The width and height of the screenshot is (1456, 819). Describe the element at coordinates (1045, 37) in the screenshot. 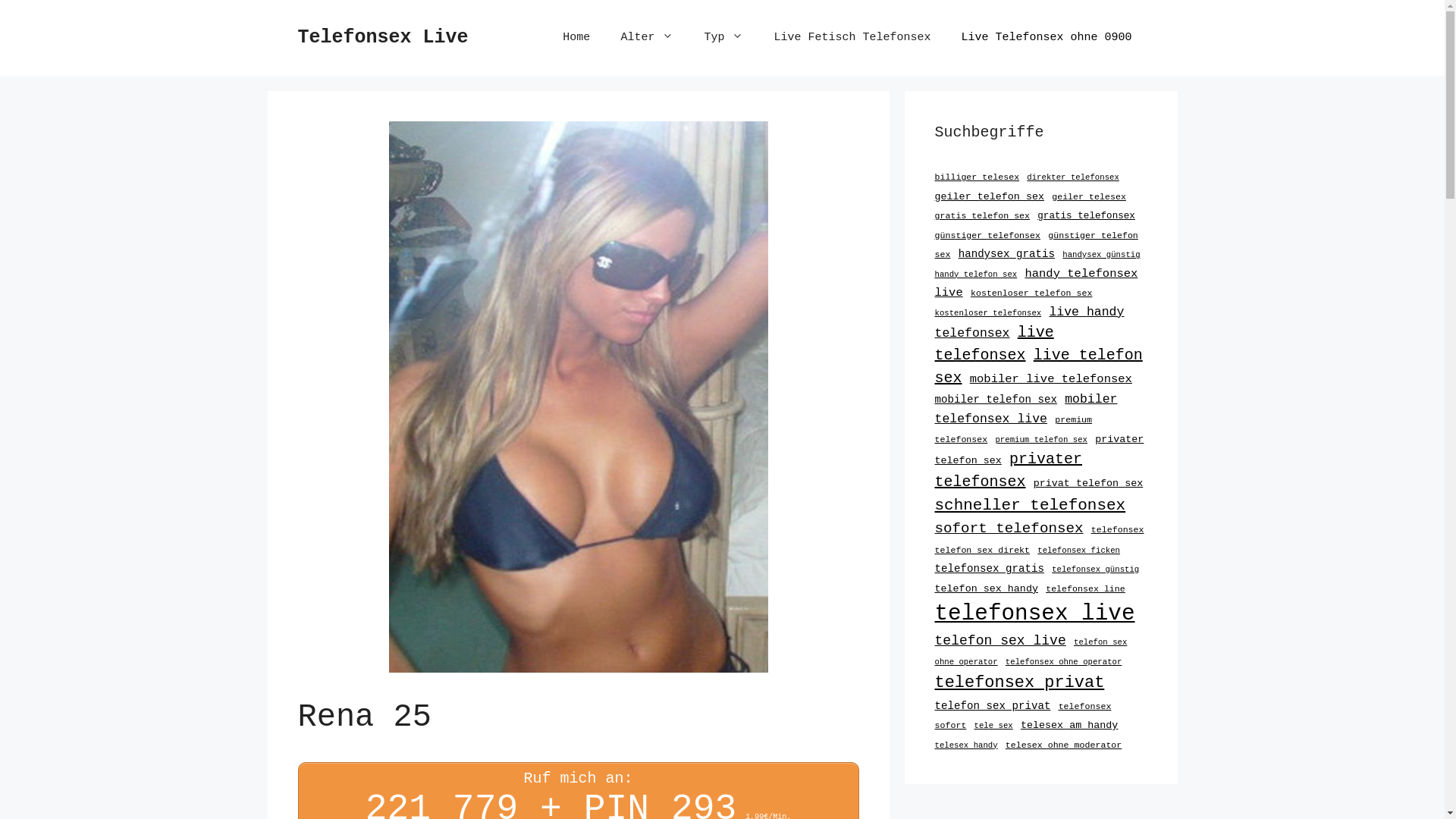

I see `'Live Telefonsex ohne 0900'` at that location.